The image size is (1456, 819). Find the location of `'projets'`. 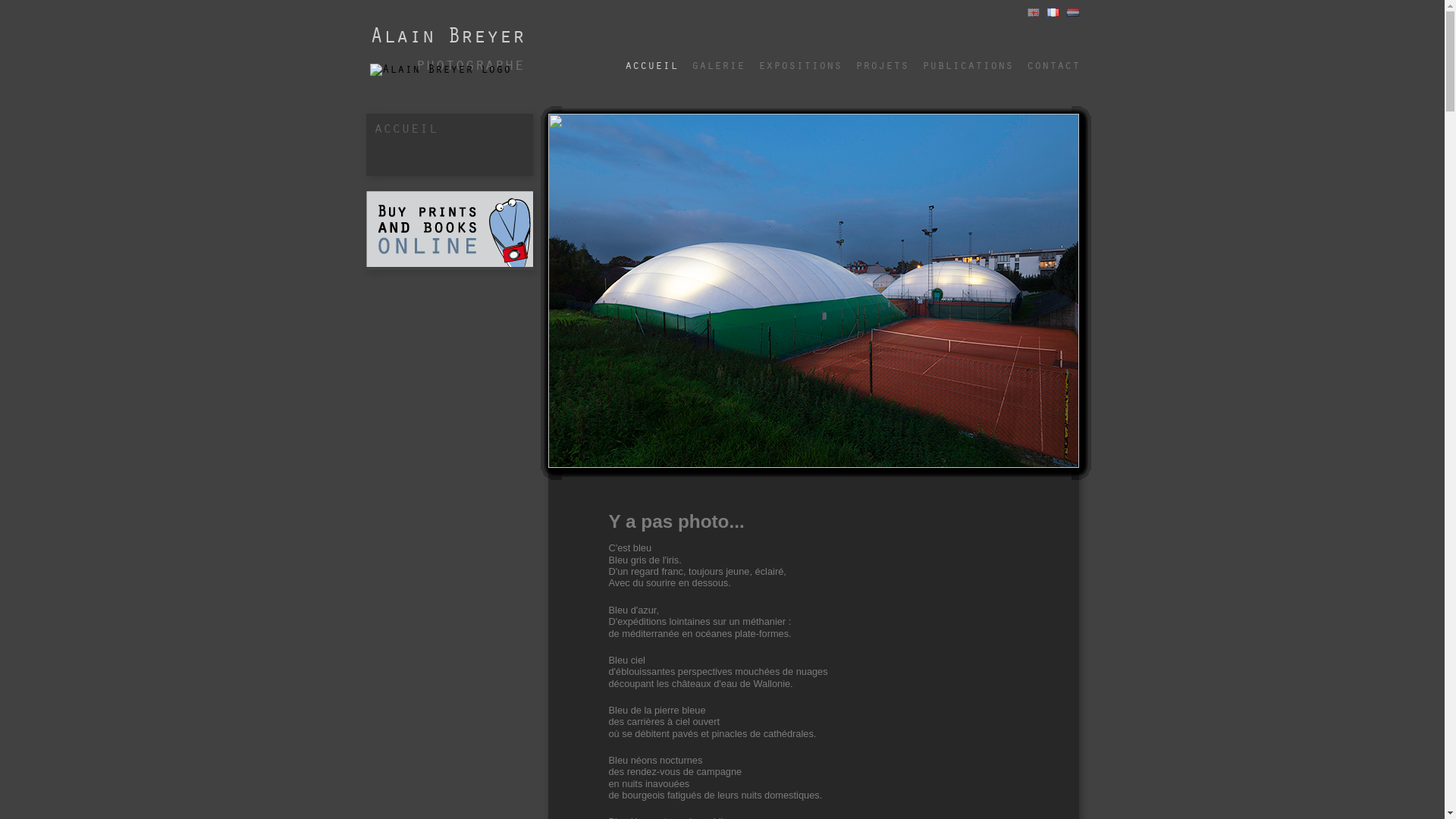

'projets' is located at coordinates (881, 58).